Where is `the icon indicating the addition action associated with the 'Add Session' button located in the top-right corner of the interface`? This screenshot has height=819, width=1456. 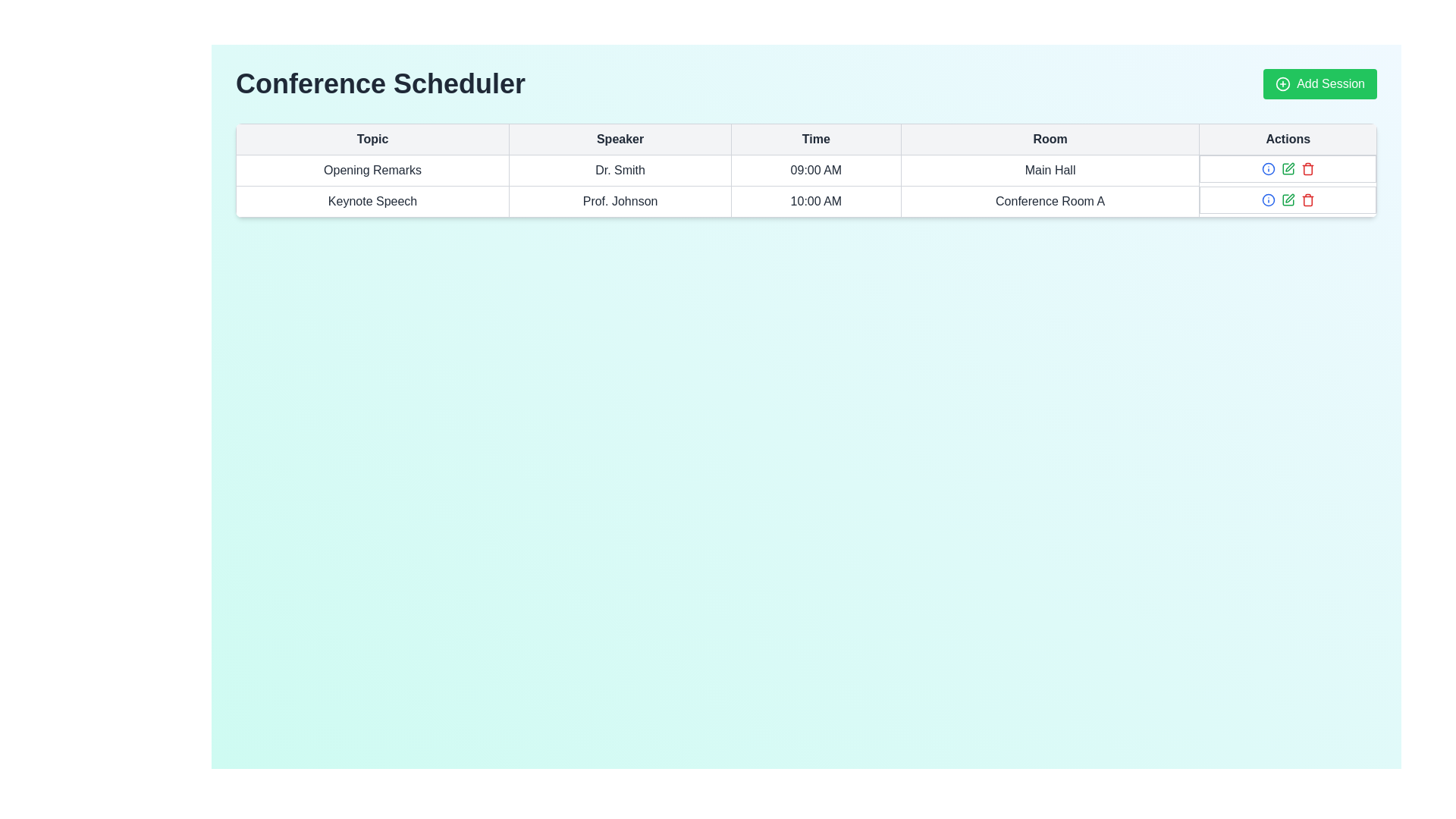
the icon indicating the addition action associated with the 'Add Session' button located in the top-right corner of the interface is located at coordinates (1282, 84).